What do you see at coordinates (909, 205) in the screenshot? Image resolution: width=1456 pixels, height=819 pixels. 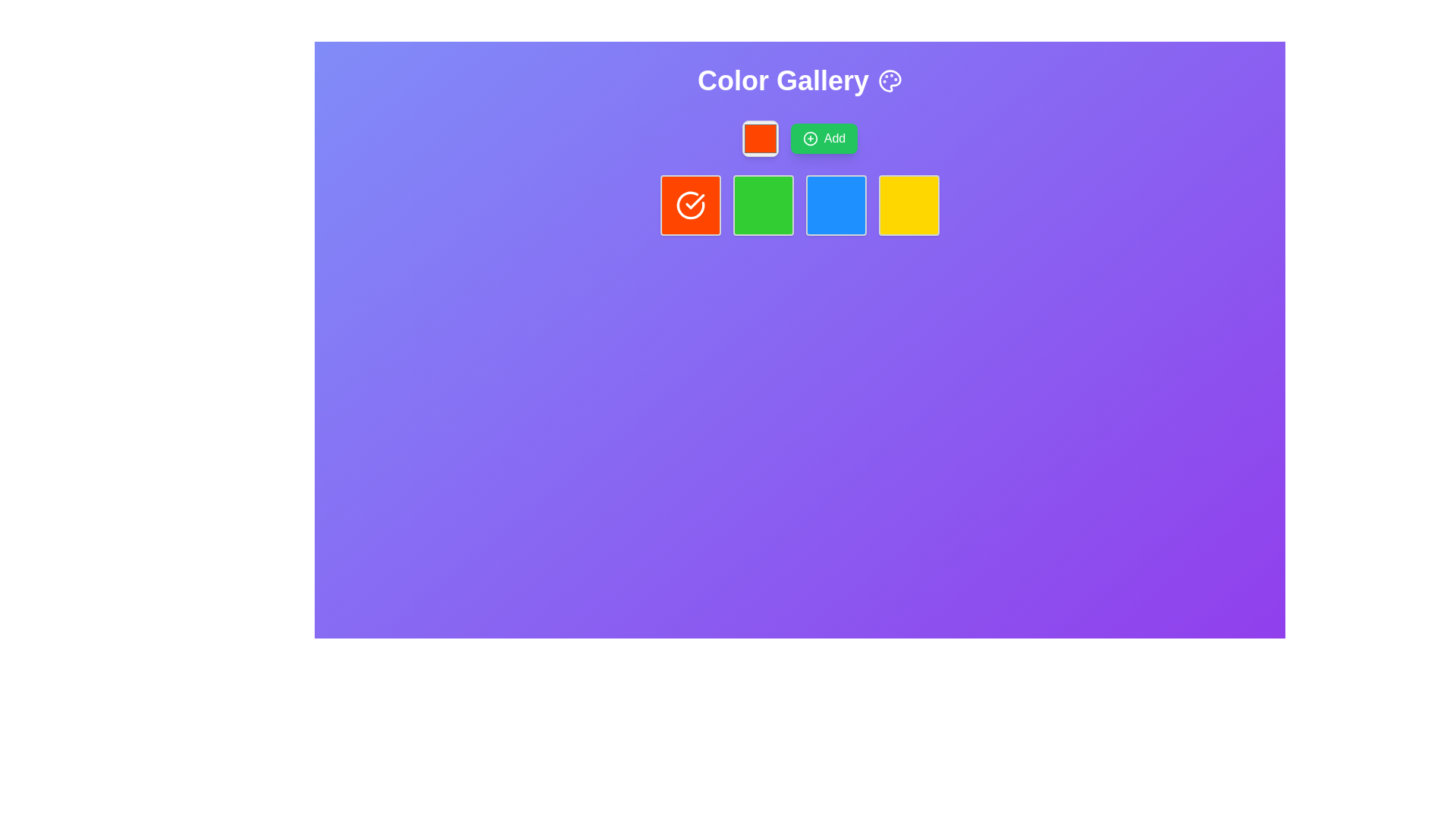 I see `the fourth square color selection item in the color gallery` at bounding box center [909, 205].